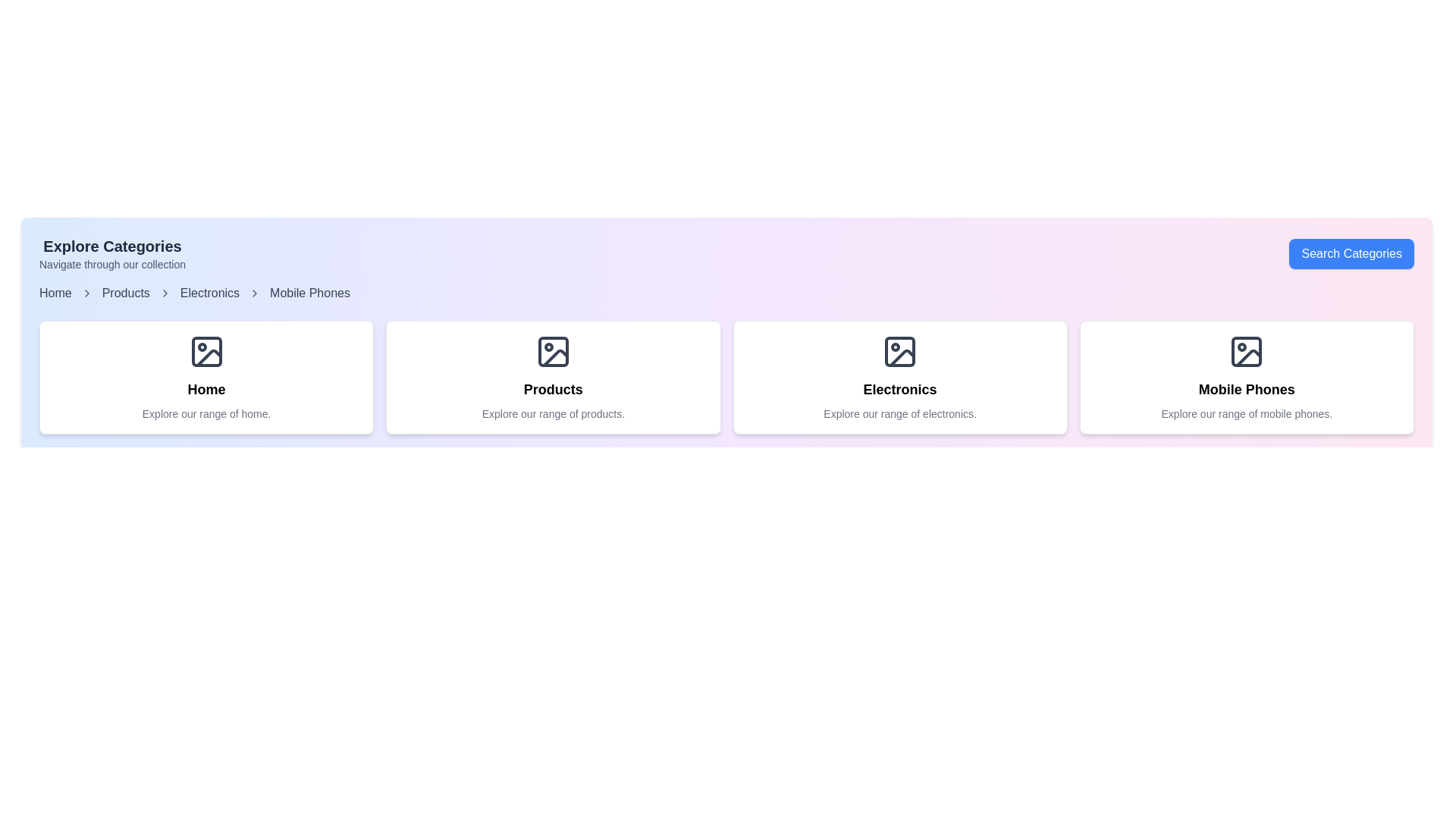 Image resolution: width=1456 pixels, height=819 pixels. I want to click on the icon with a picture symbol, which is dark gray and located at the center-top of the 'Products' card, so click(552, 351).